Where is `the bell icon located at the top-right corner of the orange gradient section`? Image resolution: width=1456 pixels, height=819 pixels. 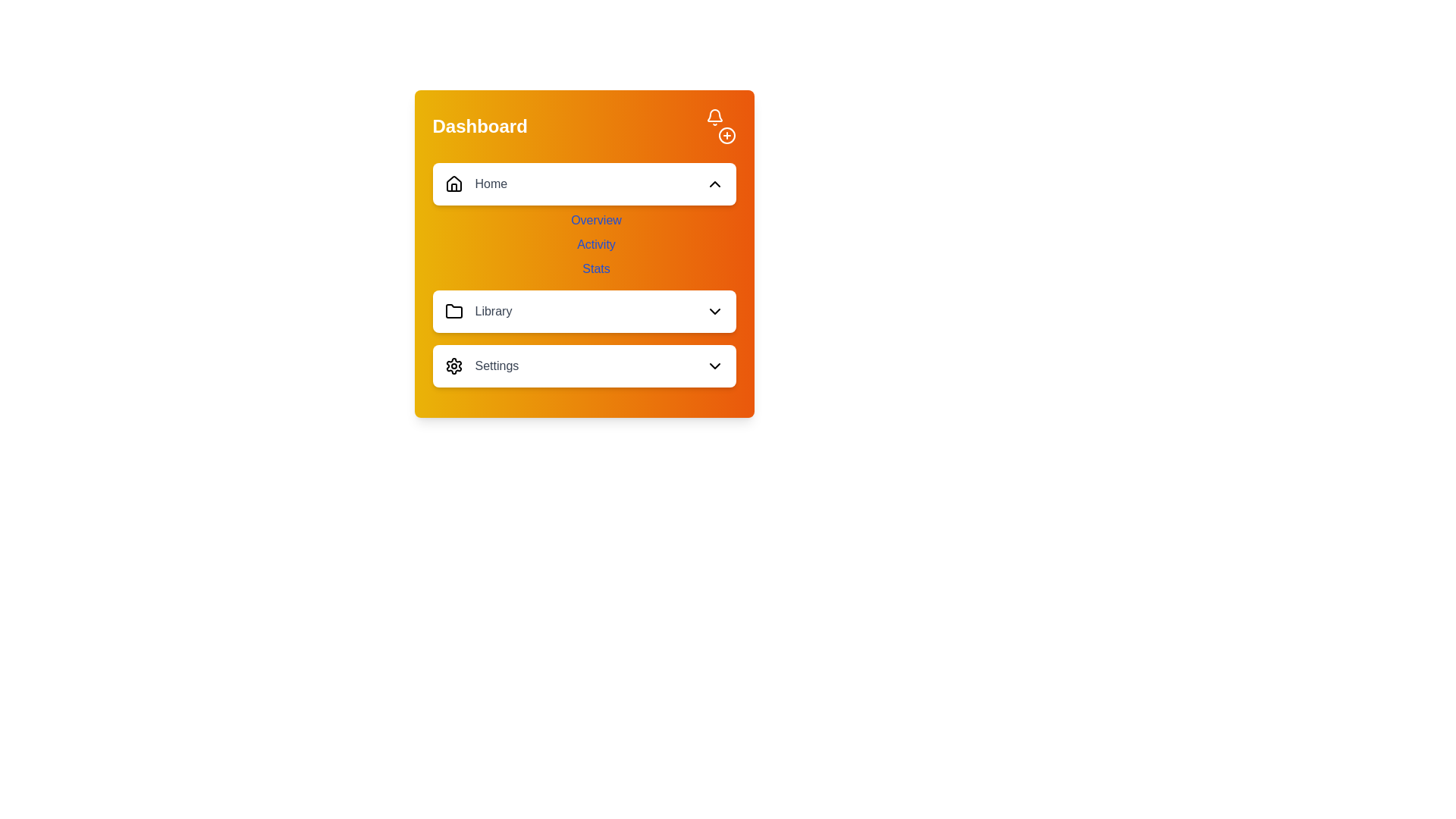
the bell icon located at the top-right corner of the orange gradient section is located at coordinates (714, 116).